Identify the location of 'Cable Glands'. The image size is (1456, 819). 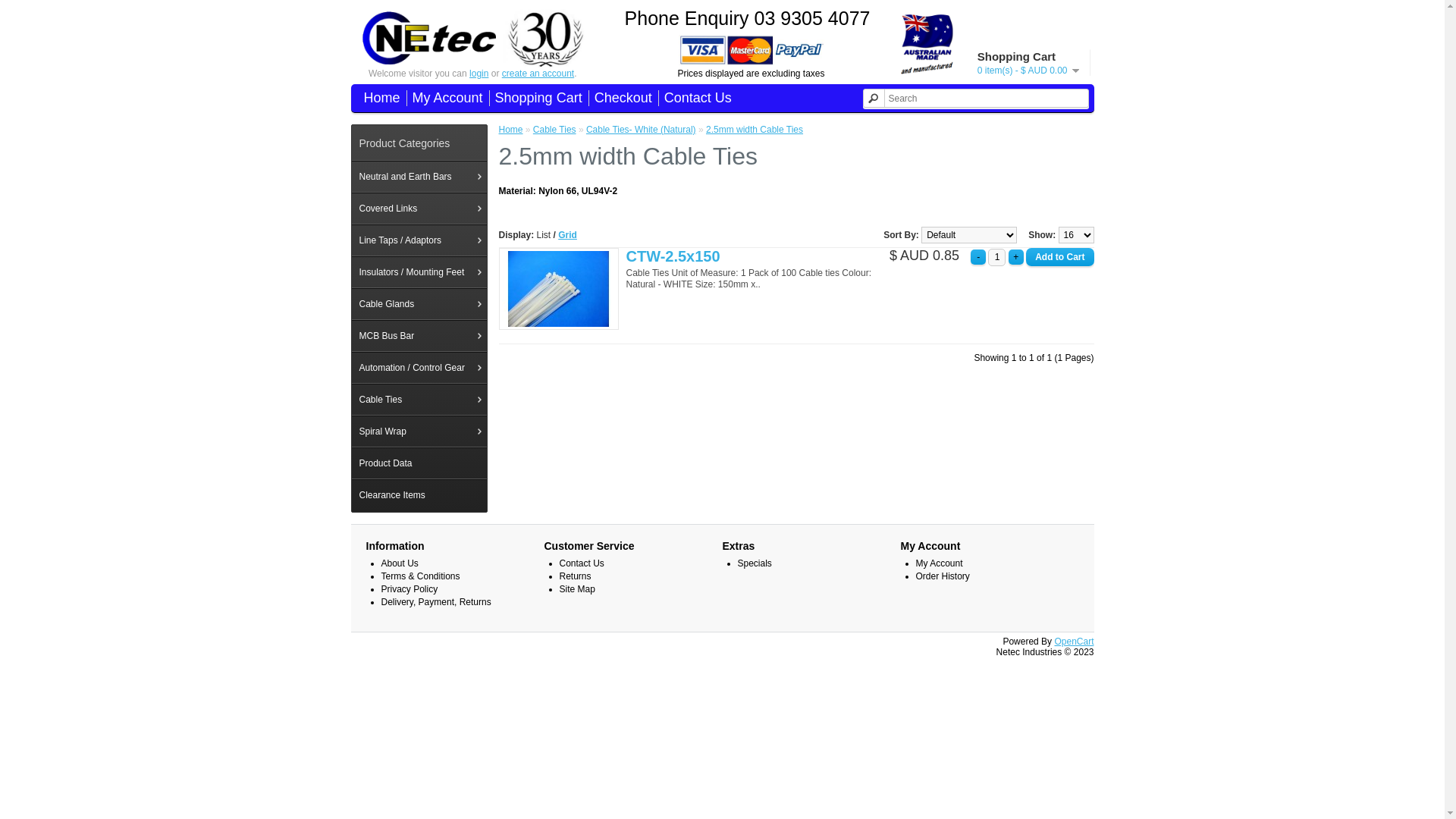
(419, 304).